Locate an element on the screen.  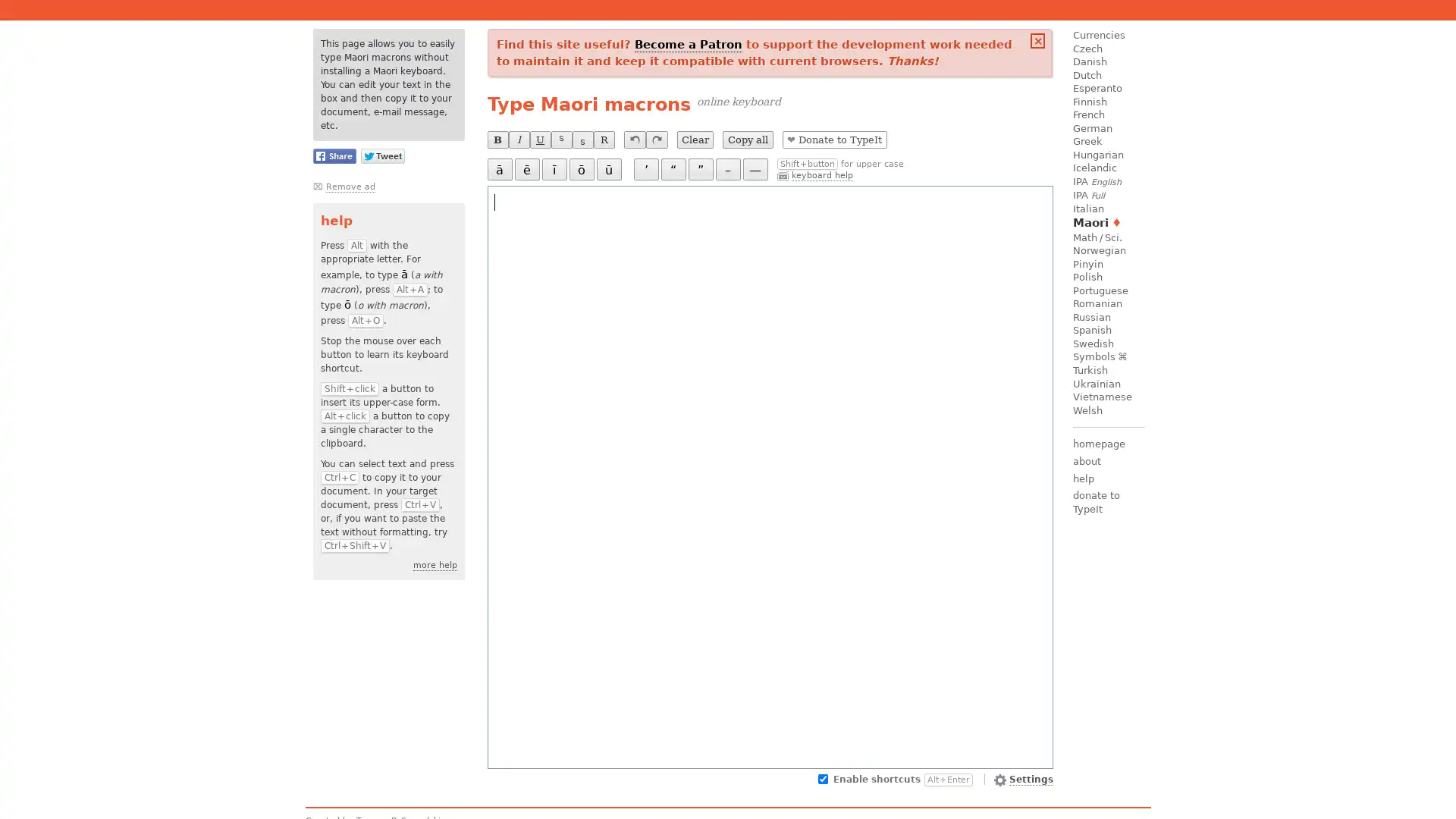
u is located at coordinates (608, 169).